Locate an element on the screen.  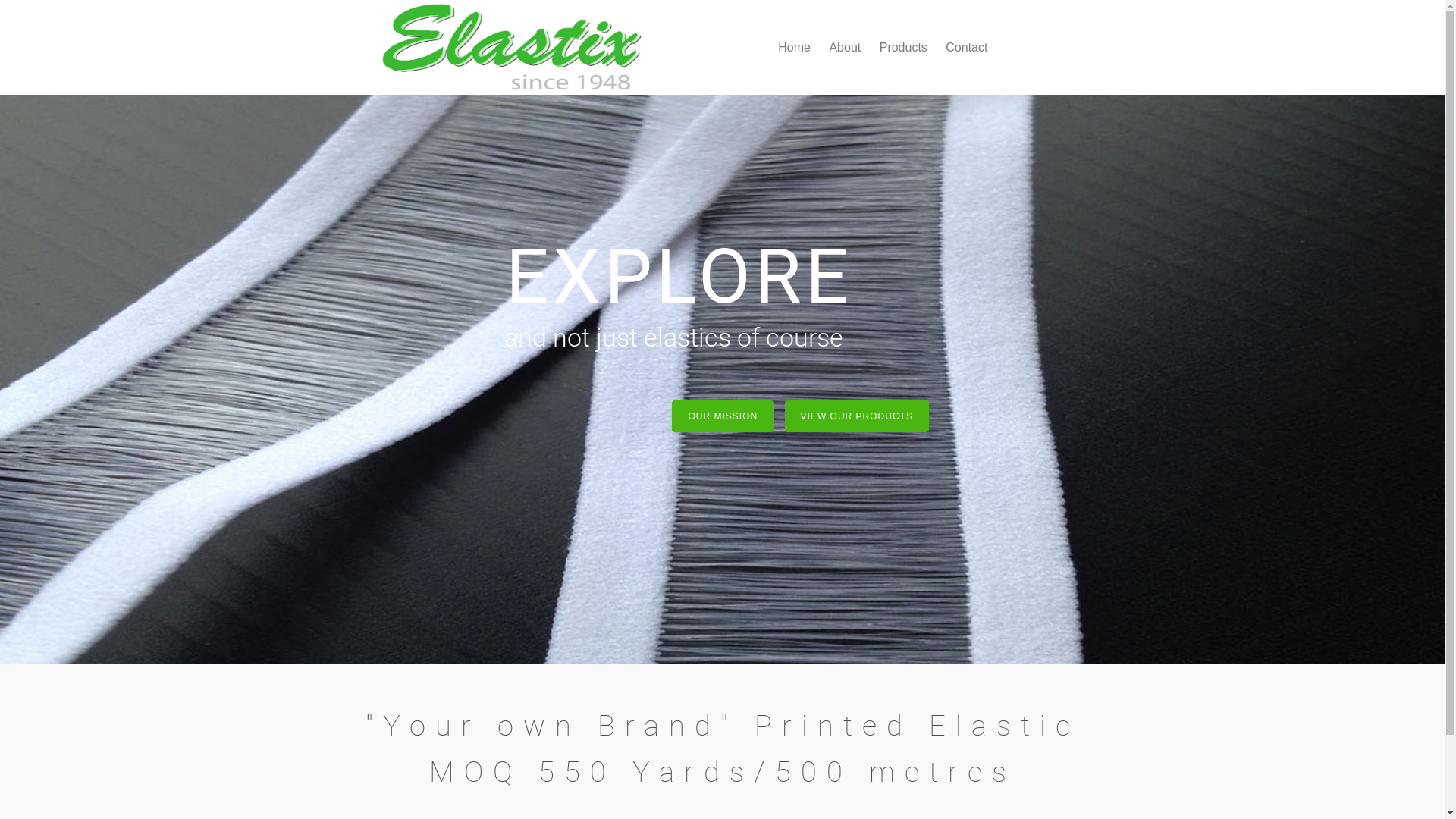
'Products' is located at coordinates (903, 45).